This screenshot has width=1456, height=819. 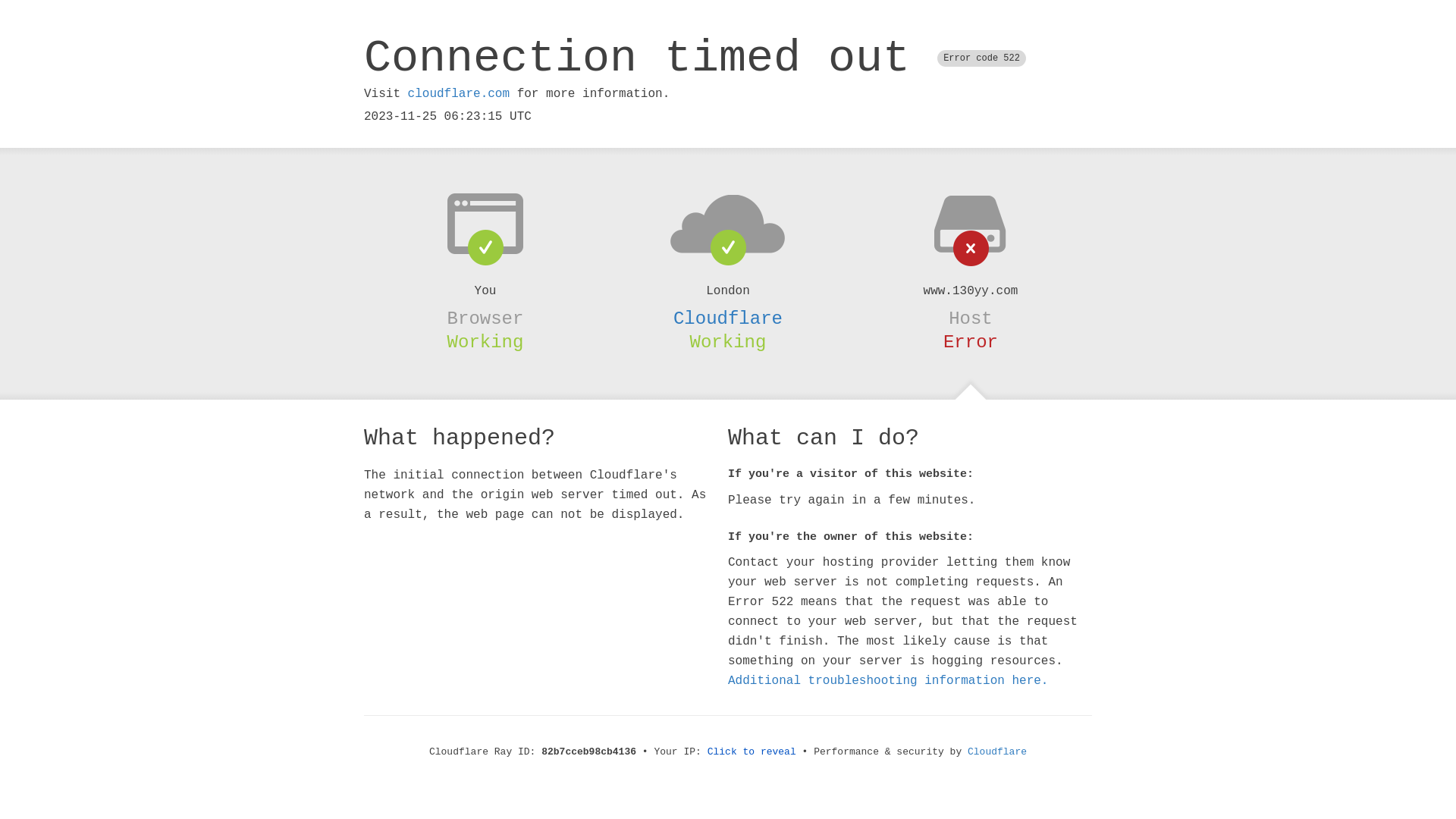 What do you see at coordinates (728, 318) in the screenshot?
I see `'Cloudflare'` at bounding box center [728, 318].